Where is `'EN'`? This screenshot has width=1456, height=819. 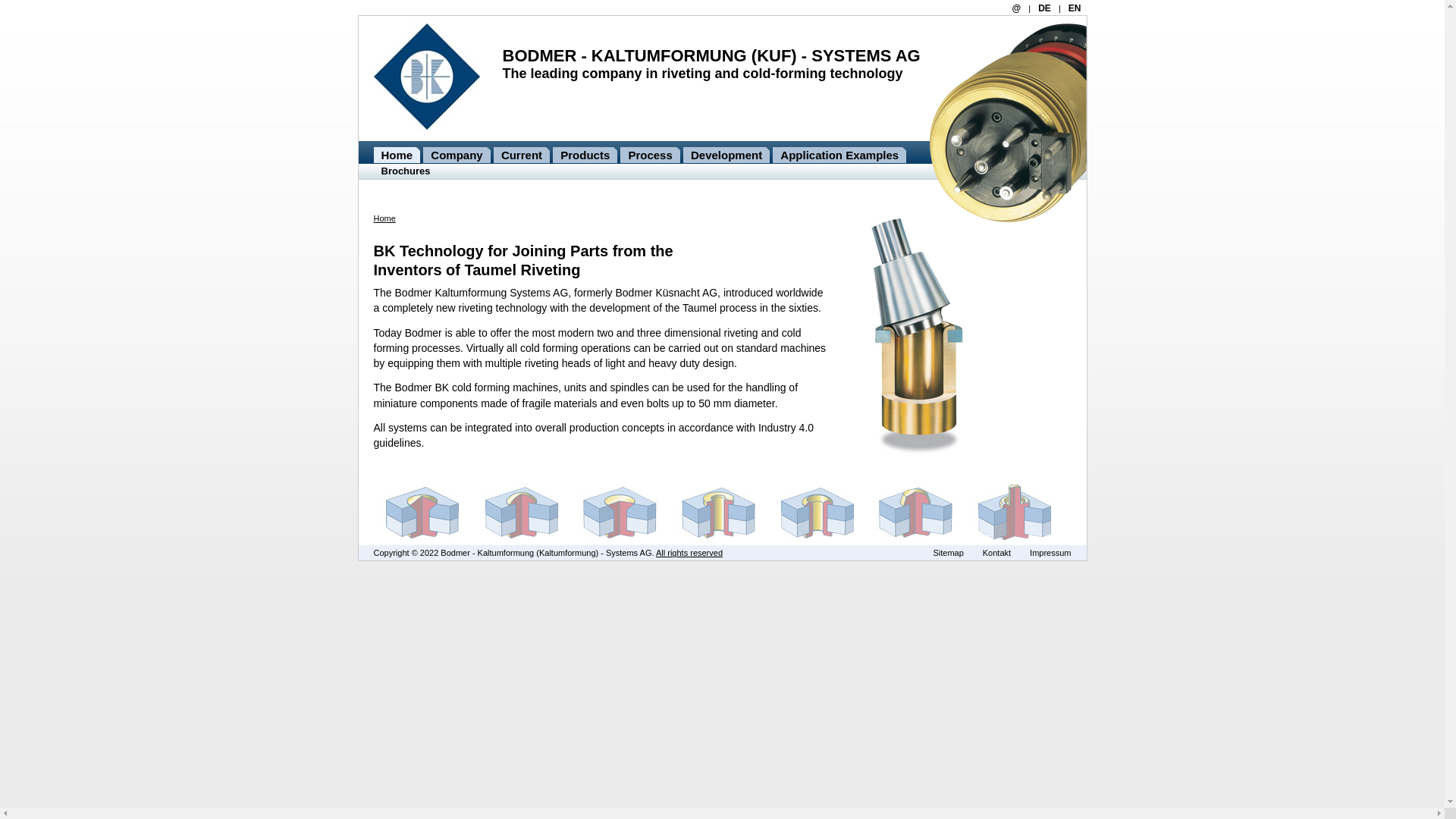
'EN' is located at coordinates (1074, 8).